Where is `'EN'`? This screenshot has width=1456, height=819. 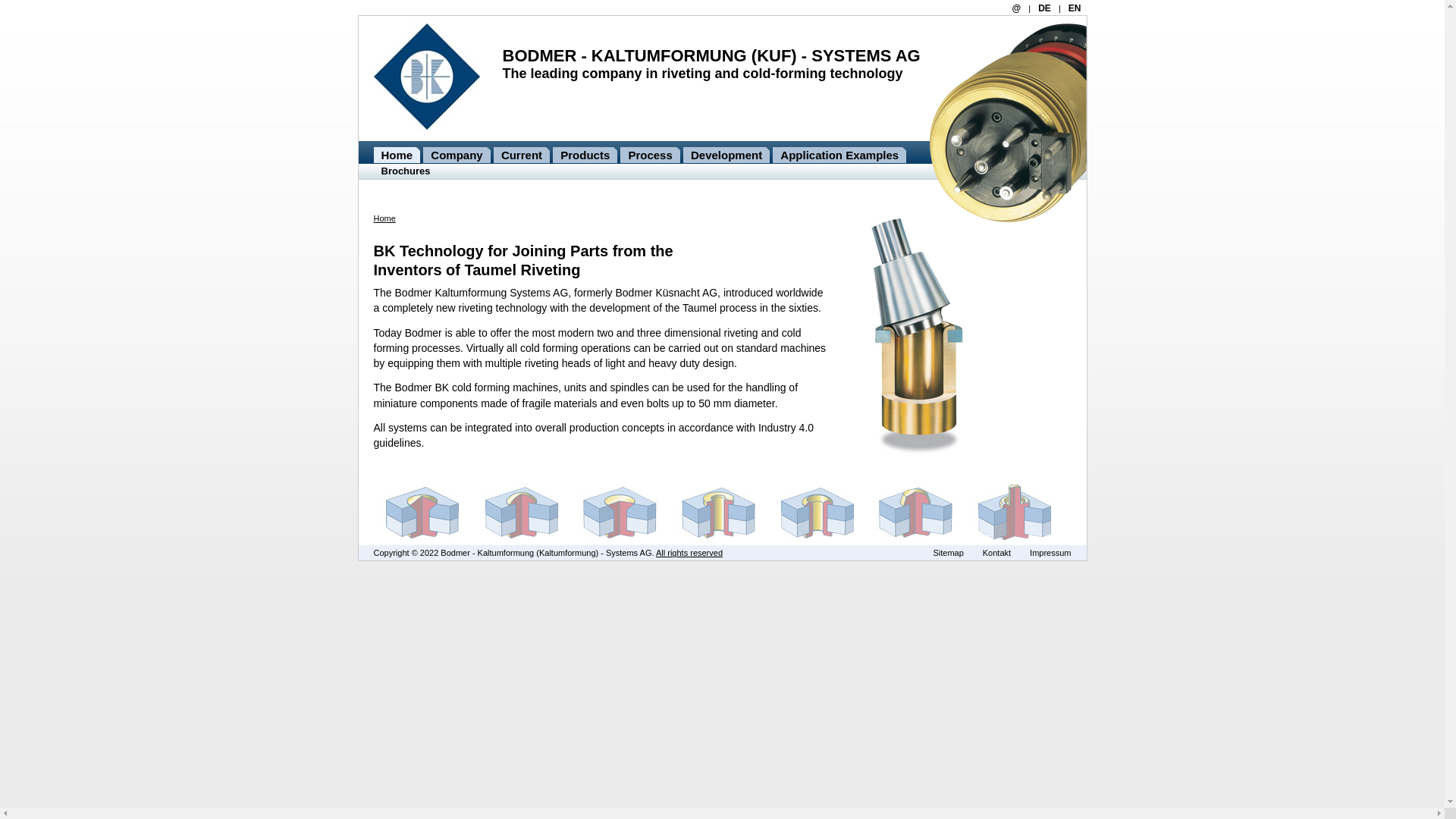
'EN' is located at coordinates (1074, 8).